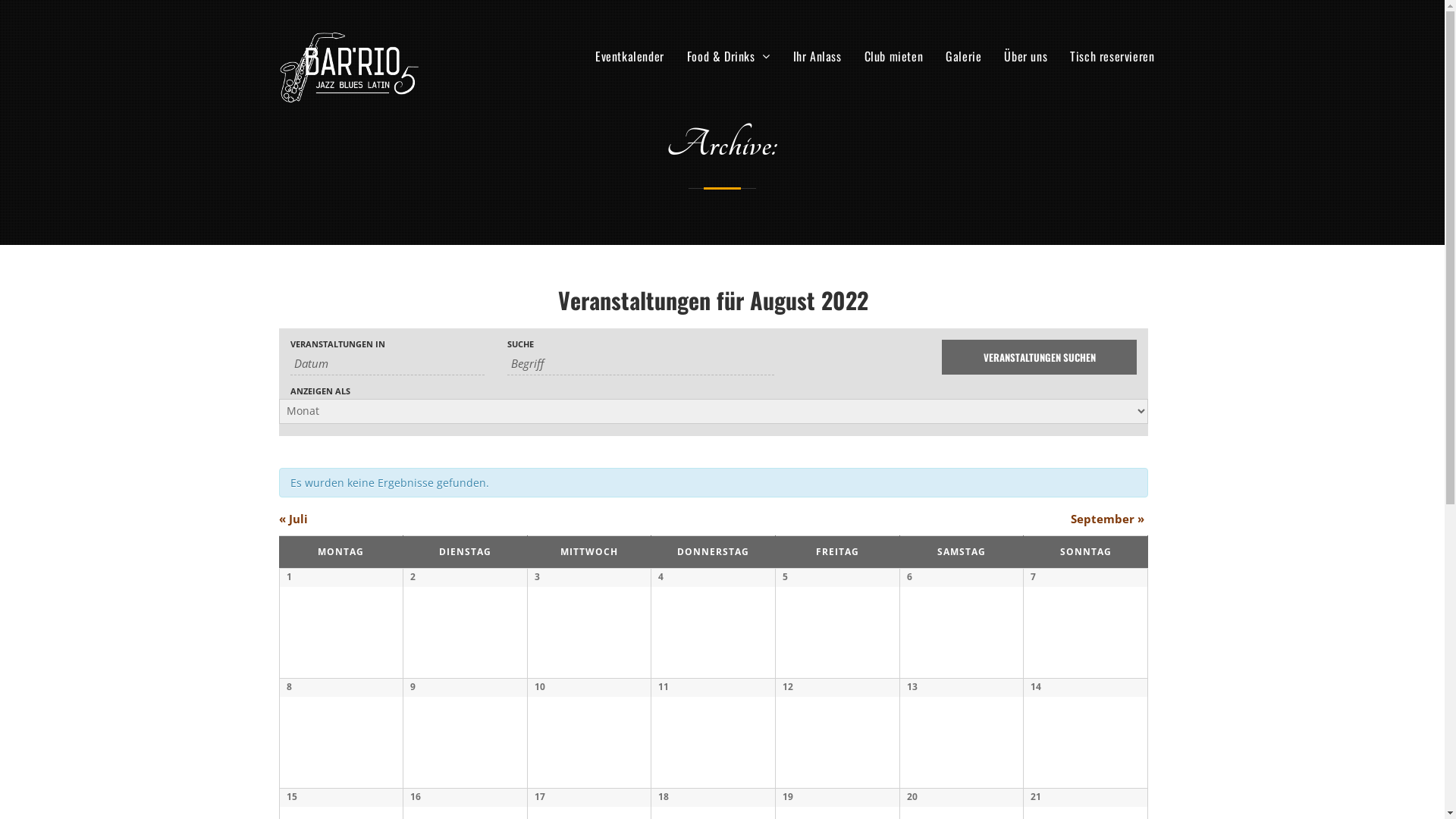 The width and height of the screenshot is (1456, 819). What do you see at coordinates (962, 55) in the screenshot?
I see `'Galerie'` at bounding box center [962, 55].